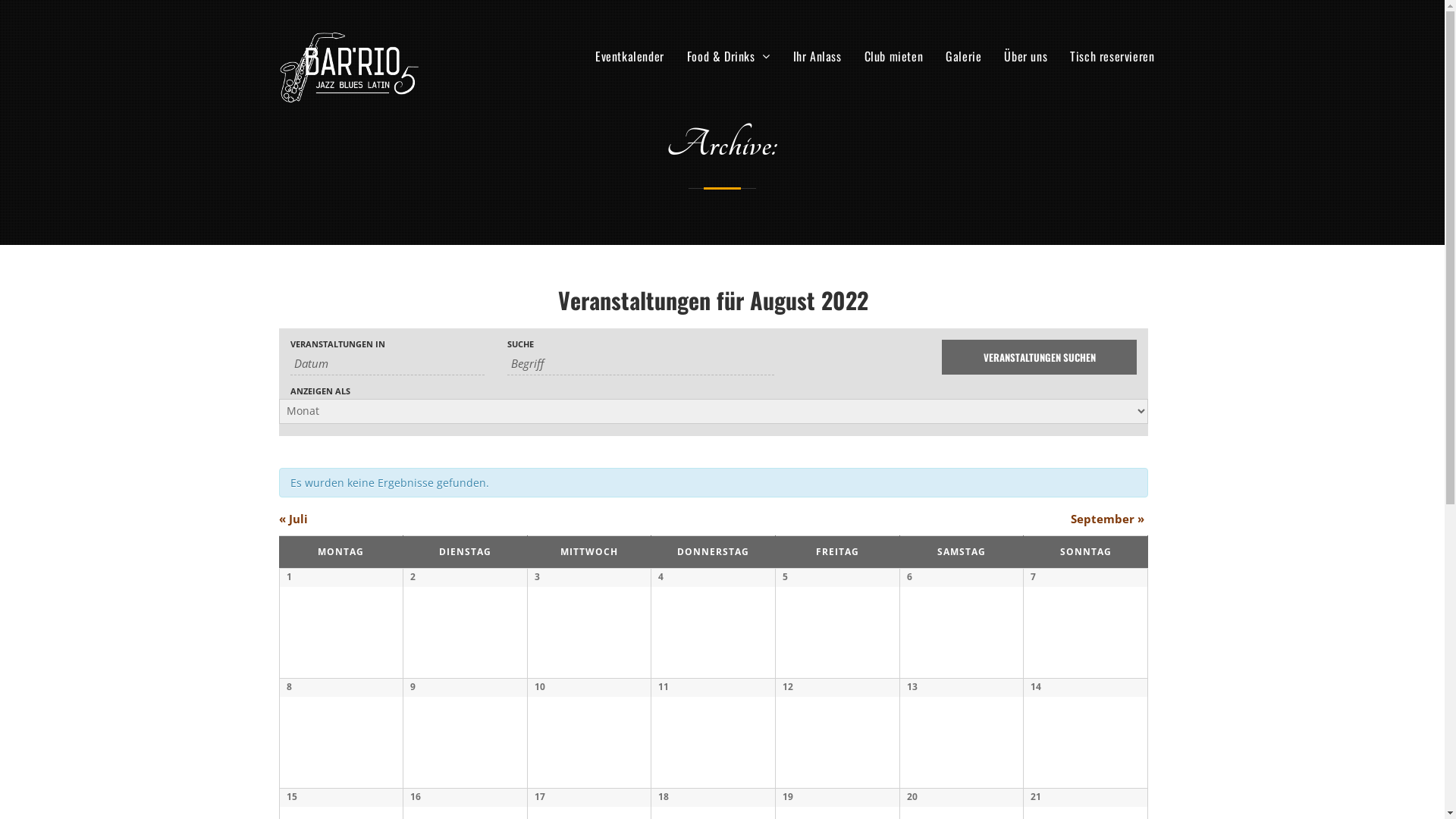 The width and height of the screenshot is (1456, 819). What do you see at coordinates (962, 55) in the screenshot?
I see `'Galerie'` at bounding box center [962, 55].